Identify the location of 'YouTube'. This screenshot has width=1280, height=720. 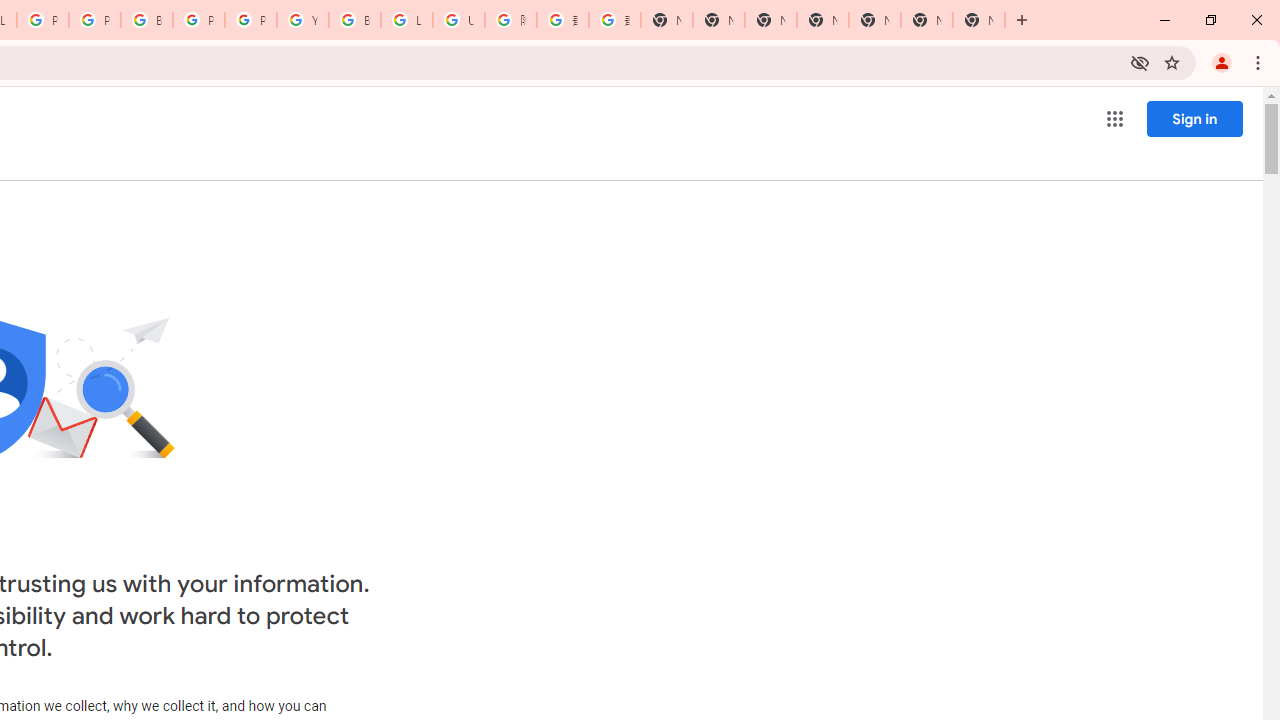
(301, 20).